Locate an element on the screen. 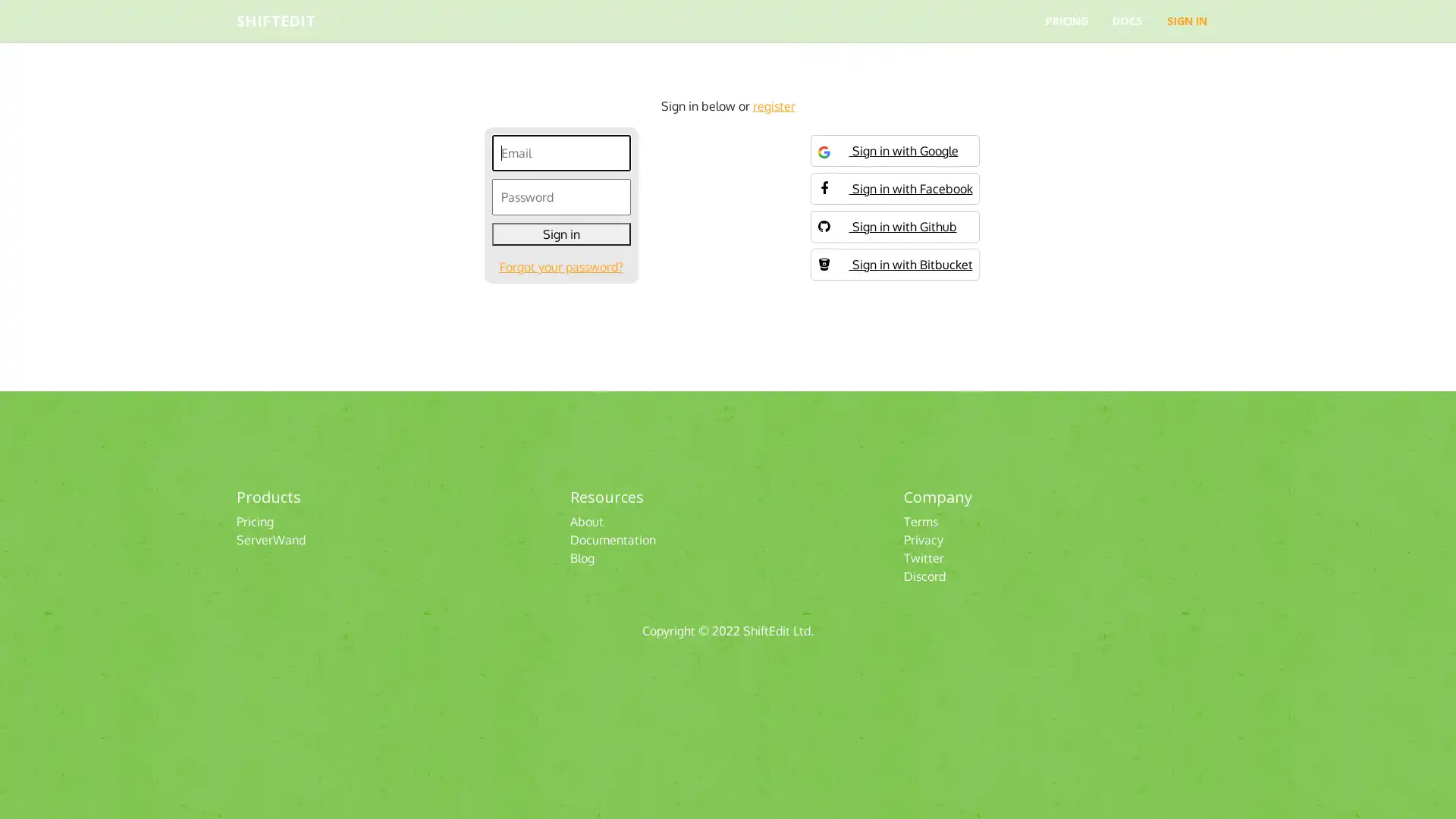  Sign in is located at coordinates (560, 234).